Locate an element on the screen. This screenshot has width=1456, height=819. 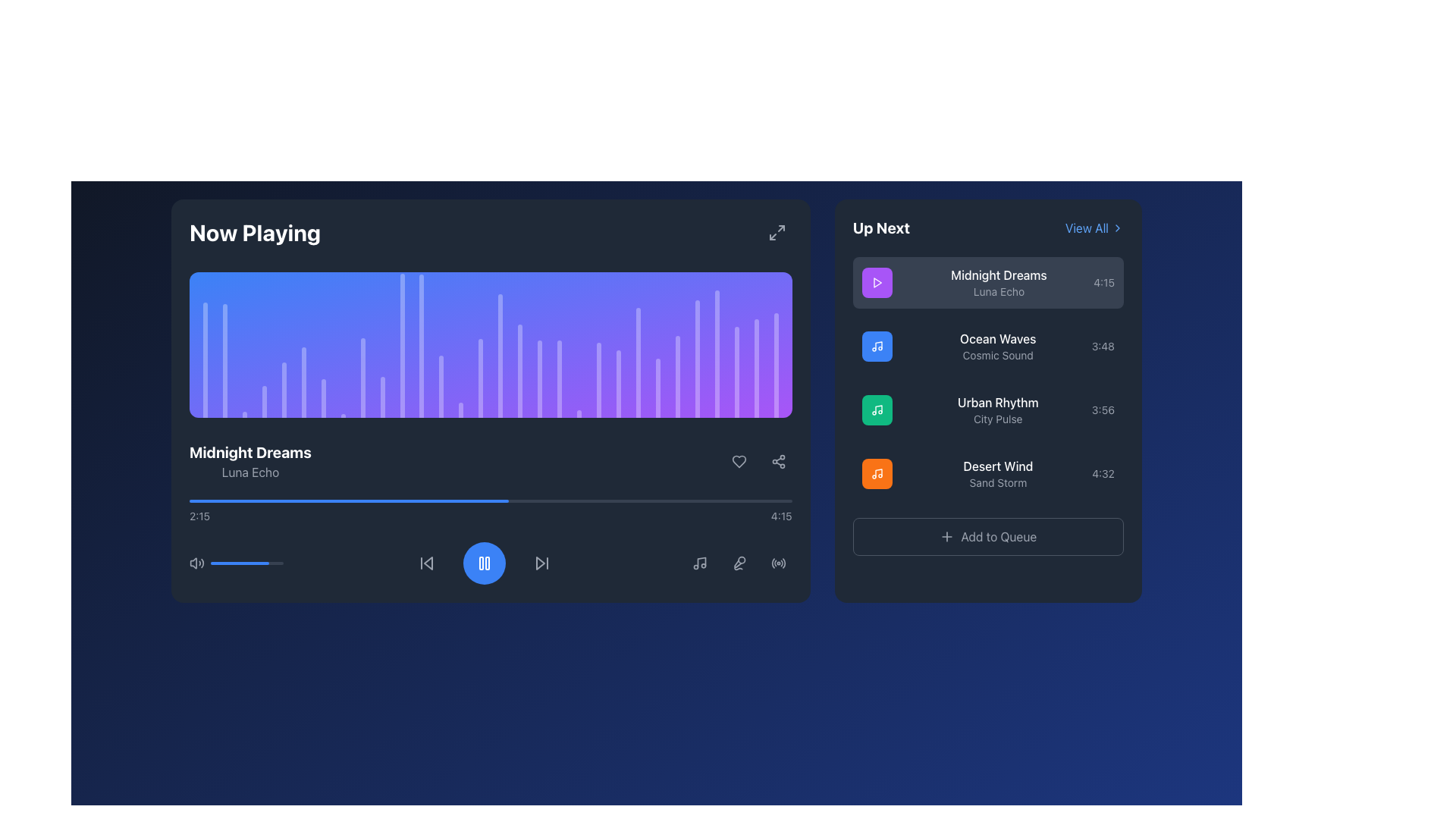
the progress bar located in the bottom-left portion of the music player interface, which visually represents the volume control and is situated to the right of the speaker icon is located at coordinates (247, 563).